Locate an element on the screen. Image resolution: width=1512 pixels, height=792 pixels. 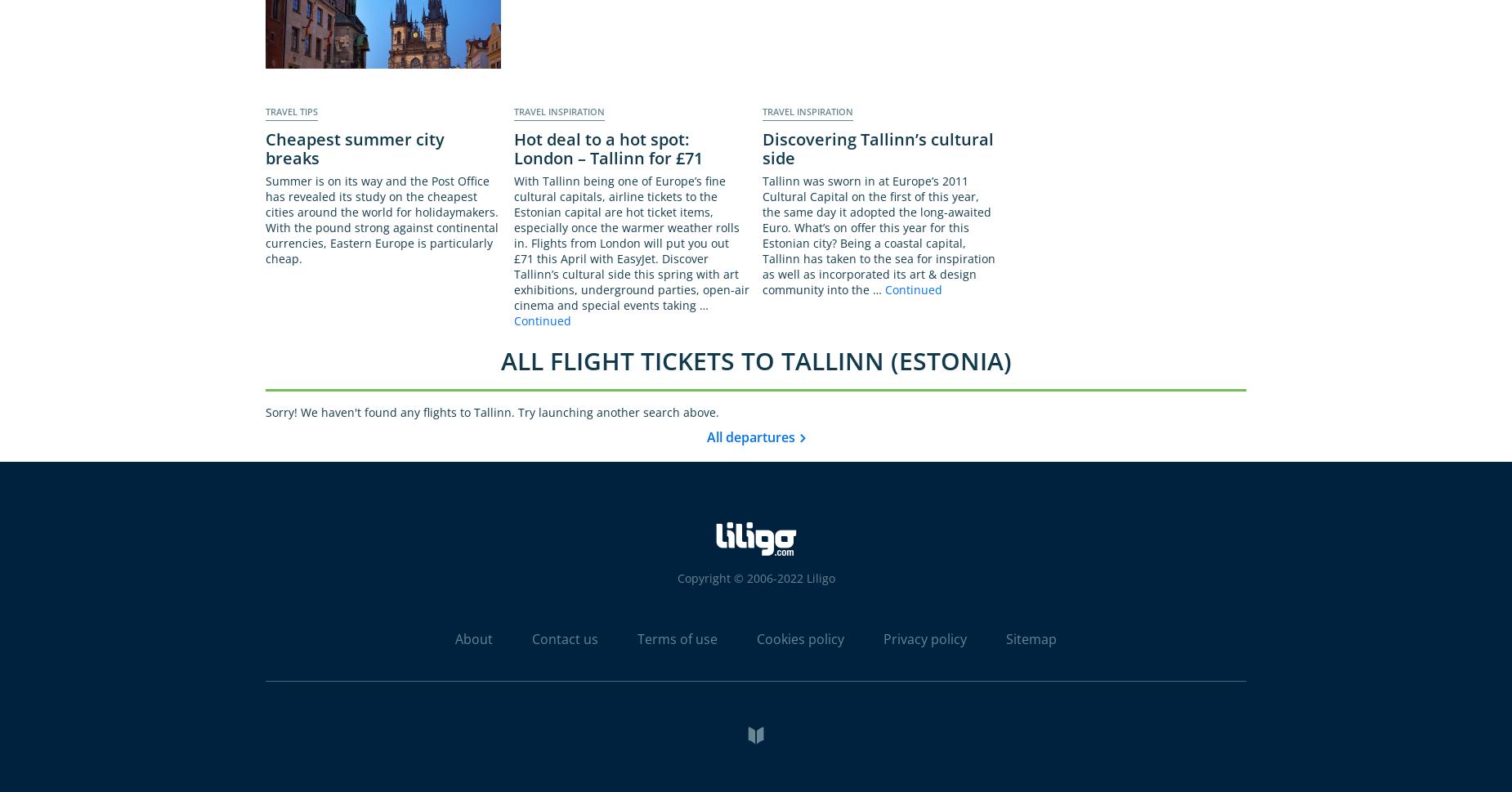
'Privacy policy' is located at coordinates (924, 638).